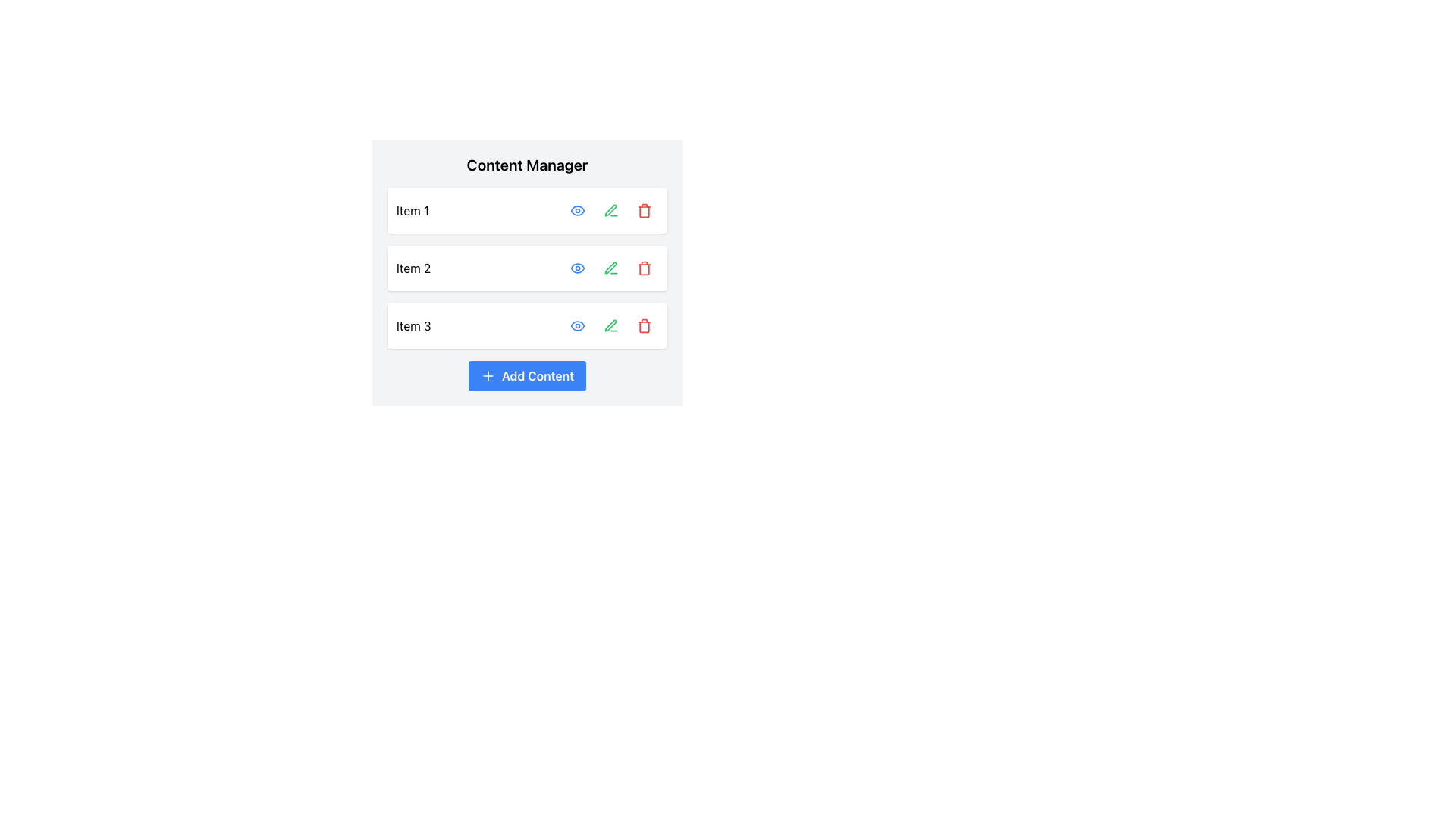  What do you see at coordinates (413, 268) in the screenshot?
I see `the Text Label that identifies the second content item in the list, positioned between 'Item 1' and 'Item 3'` at bounding box center [413, 268].